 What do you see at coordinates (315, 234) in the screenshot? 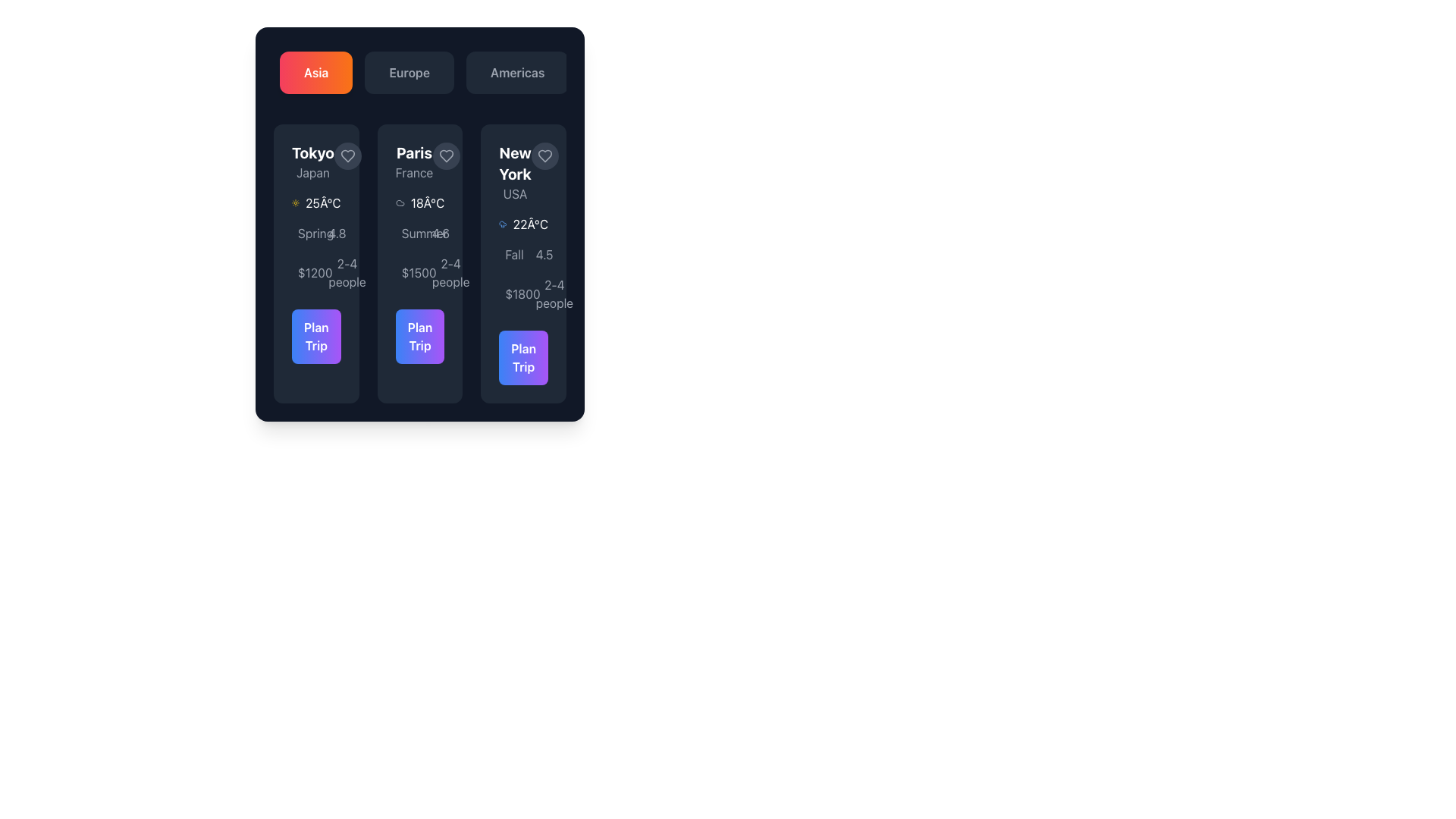
I see `text label indicating the season associated with the displayed trip information in the Tokyo, Japan card, located beneath the temperature information and above the rating value` at bounding box center [315, 234].